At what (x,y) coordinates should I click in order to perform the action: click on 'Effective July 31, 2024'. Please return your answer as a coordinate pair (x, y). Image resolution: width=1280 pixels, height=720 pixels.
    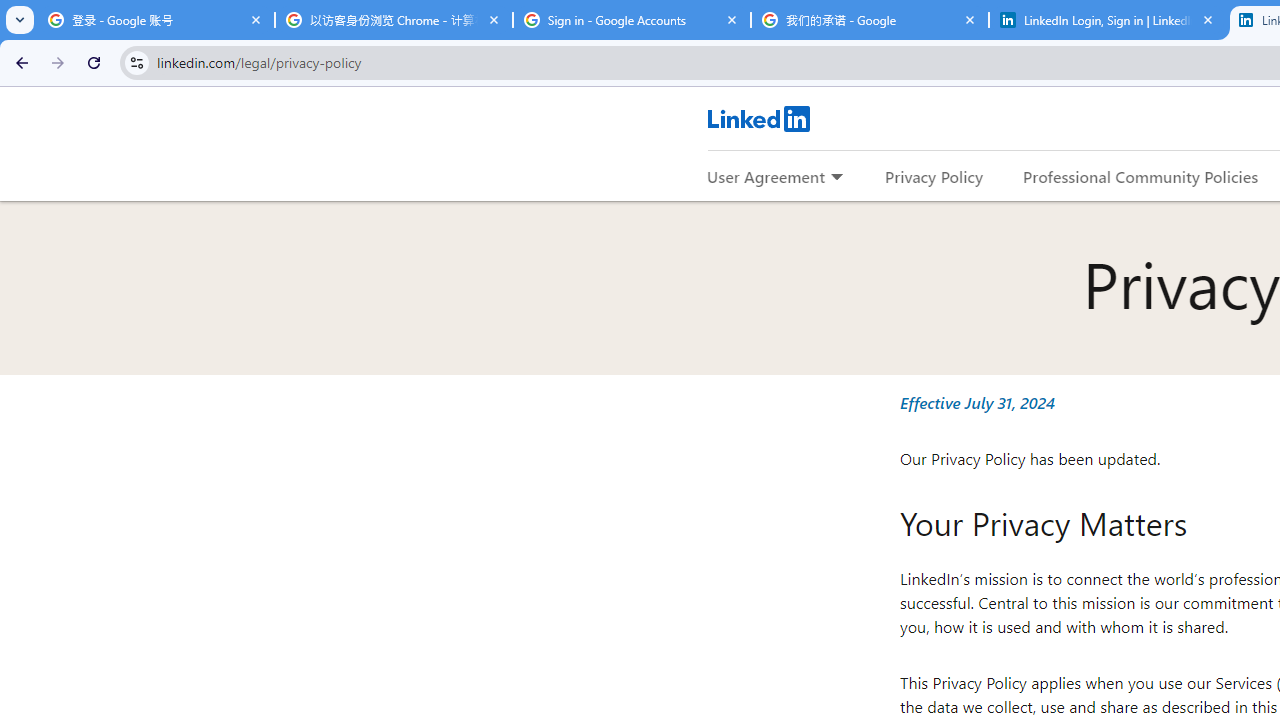
    Looking at the image, I should click on (977, 402).